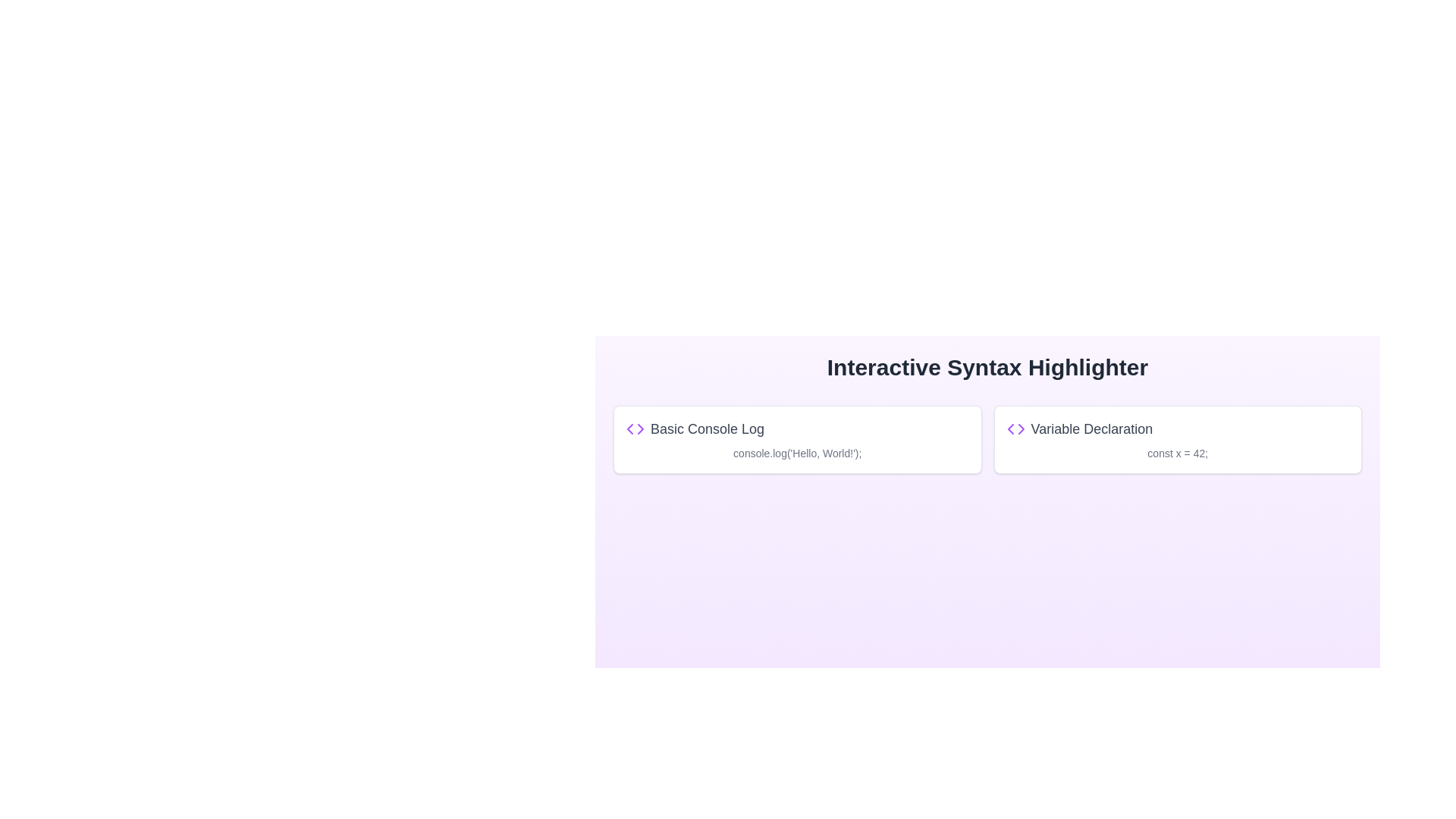 Image resolution: width=1456 pixels, height=819 pixels. I want to click on right arrowhead icon, which indicates movement or navigation, by interacting with it, so click(1021, 429).